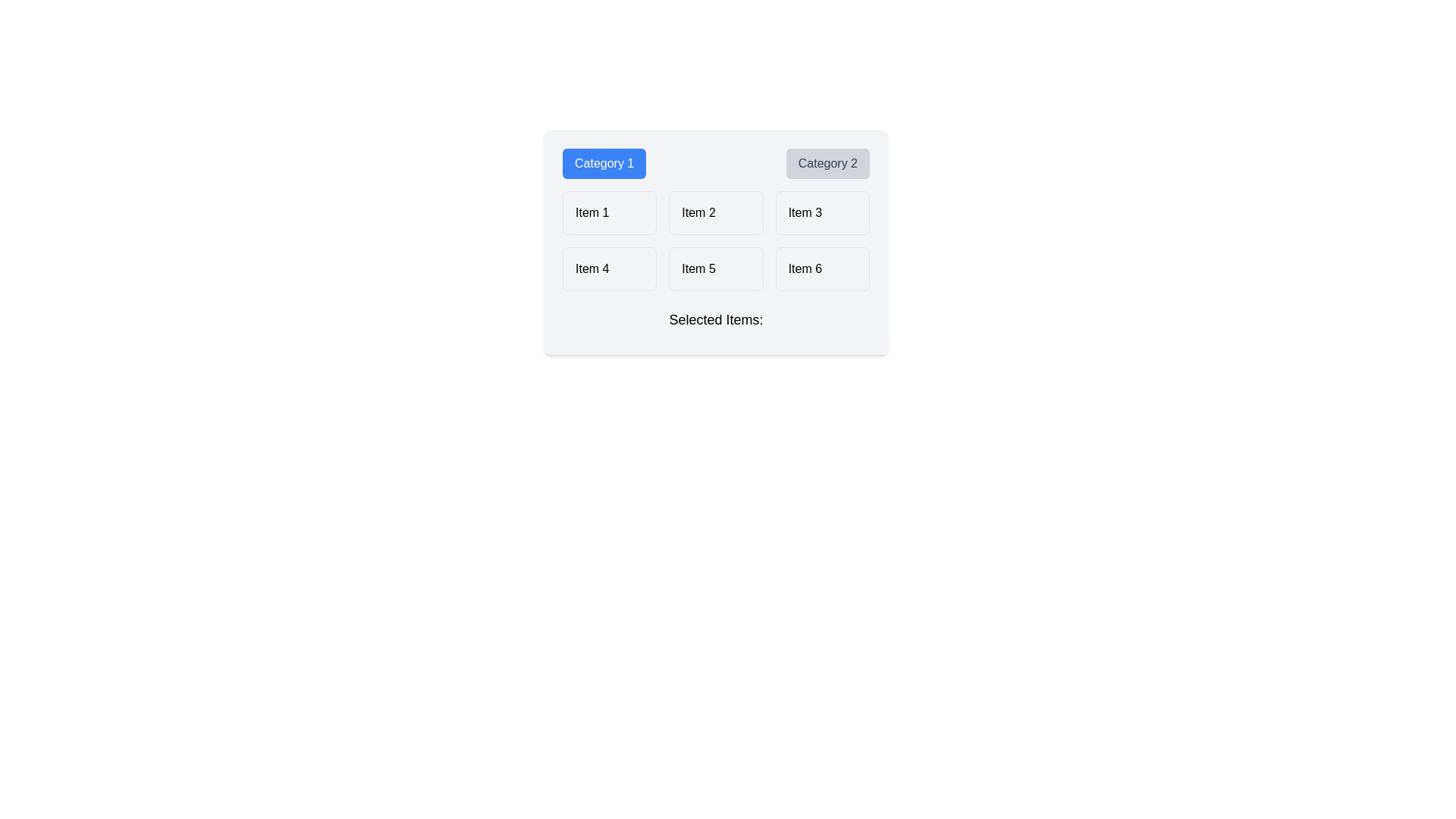 The height and width of the screenshot is (819, 1456). What do you see at coordinates (821, 213) in the screenshot?
I see `the interactive grid item labeled 'Item 3'` at bounding box center [821, 213].